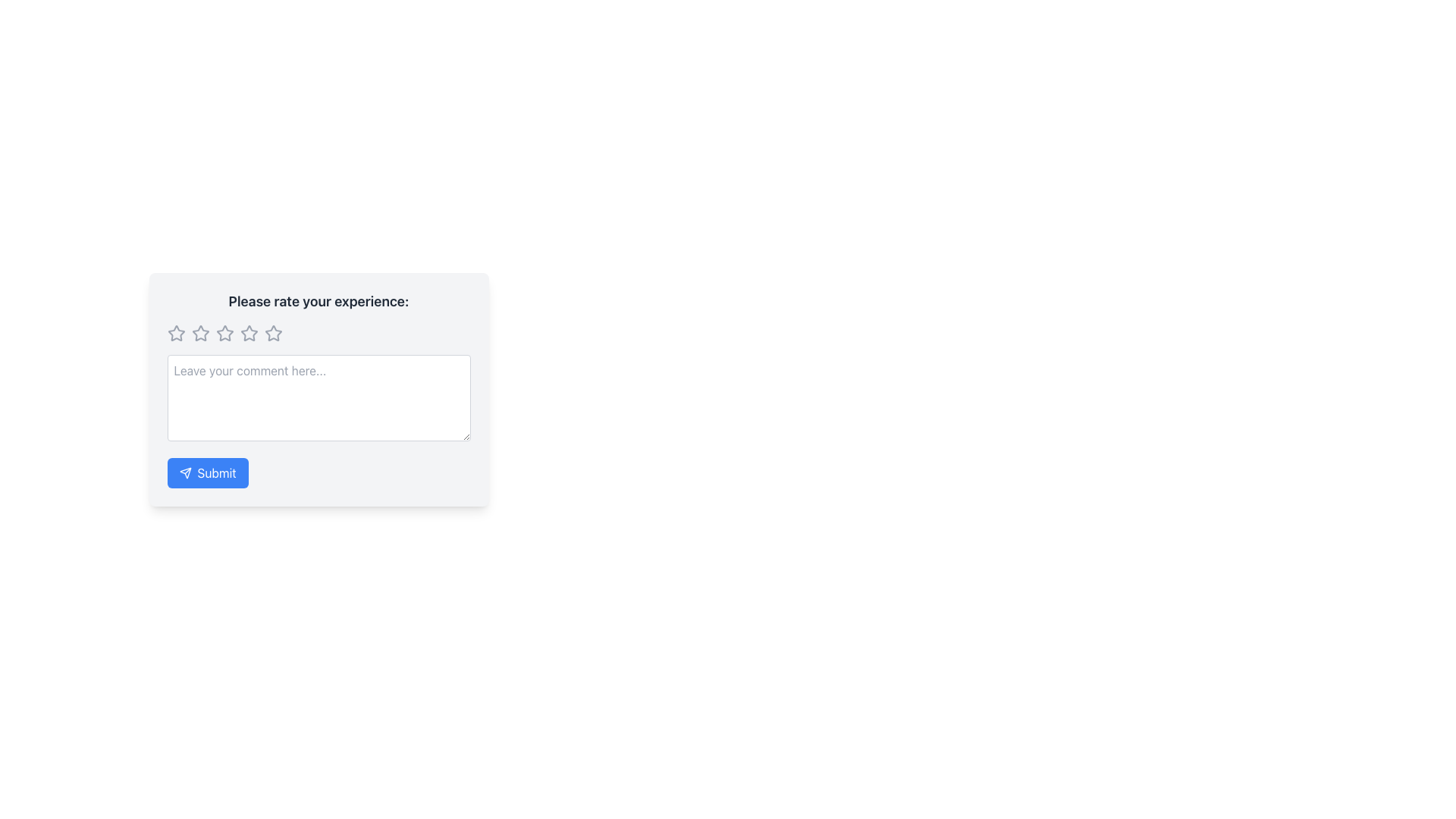  I want to click on the decorative icon on the left side of the 'Submit' text within the blue, rounded 'Submit' button, so click(184, 472).